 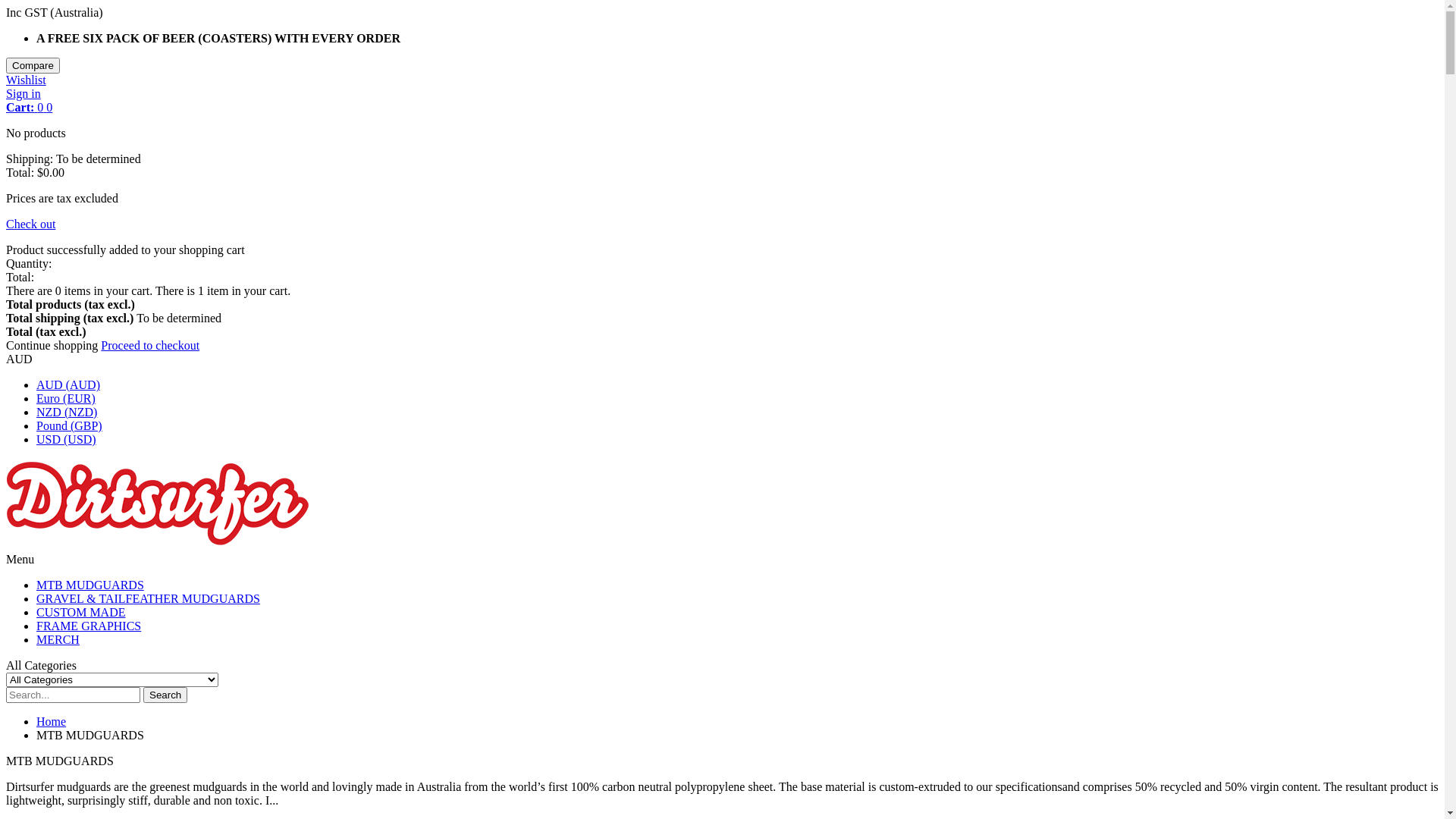 What do you see at coordinates (36, 598) in the screenshot?
I see `'GRAVEL & TAILFEATHER MUDGUARDS'` at bounding box center [36, 598].